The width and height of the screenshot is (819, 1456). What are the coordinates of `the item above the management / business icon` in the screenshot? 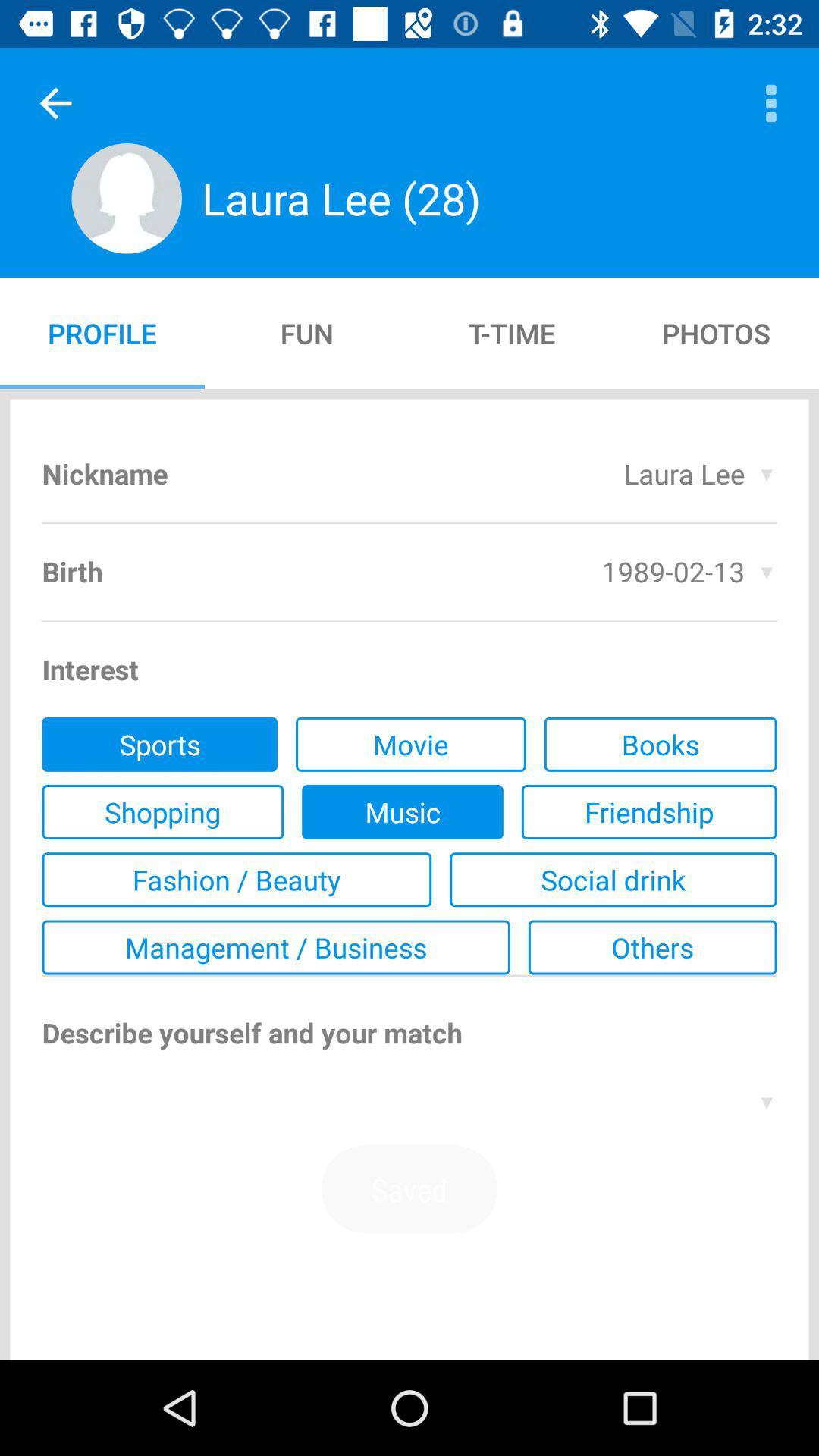 It's located at (612, 880).